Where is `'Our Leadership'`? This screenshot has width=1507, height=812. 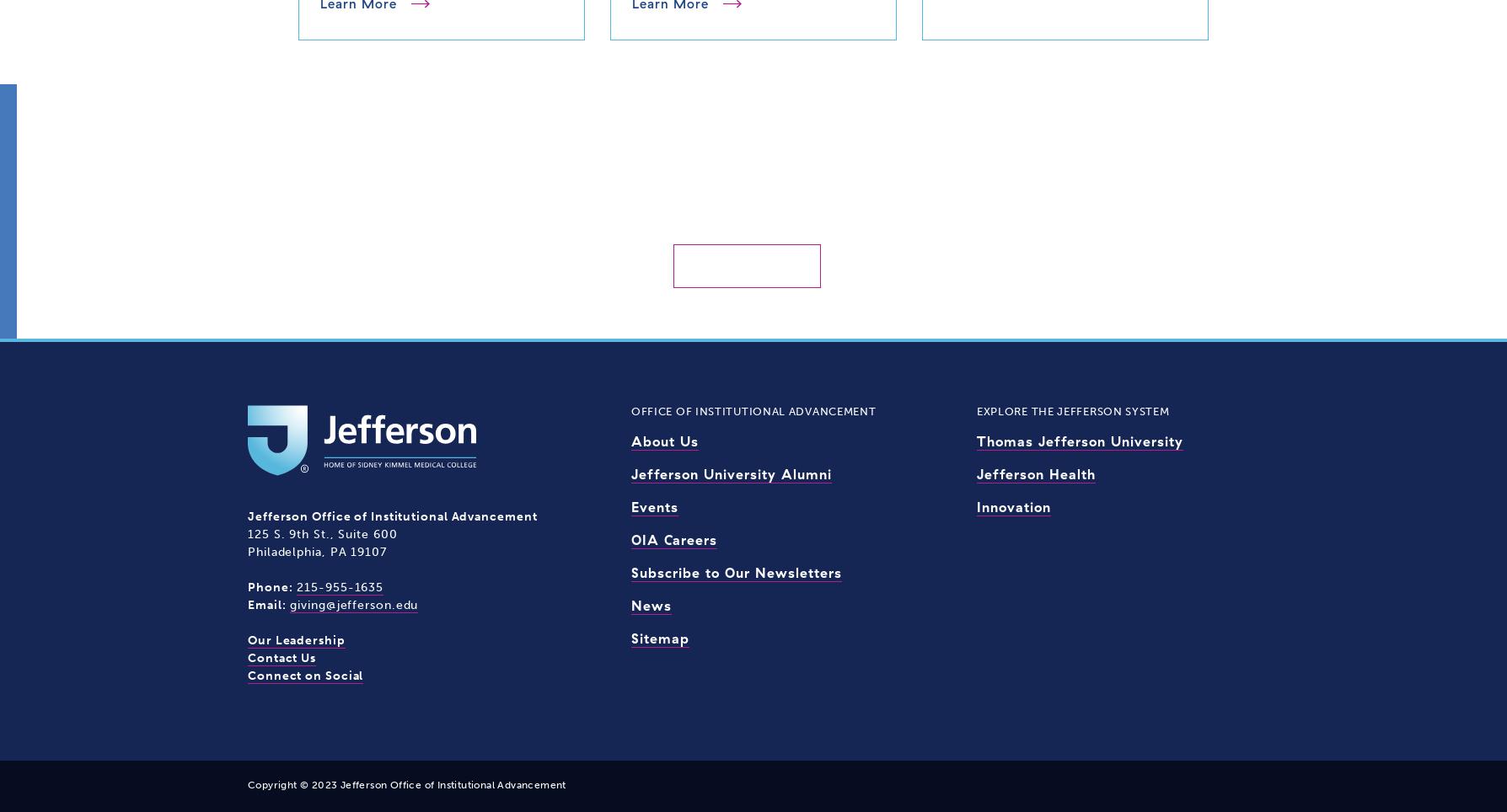 'Our Leadership' is located at coordinates (295, 638).